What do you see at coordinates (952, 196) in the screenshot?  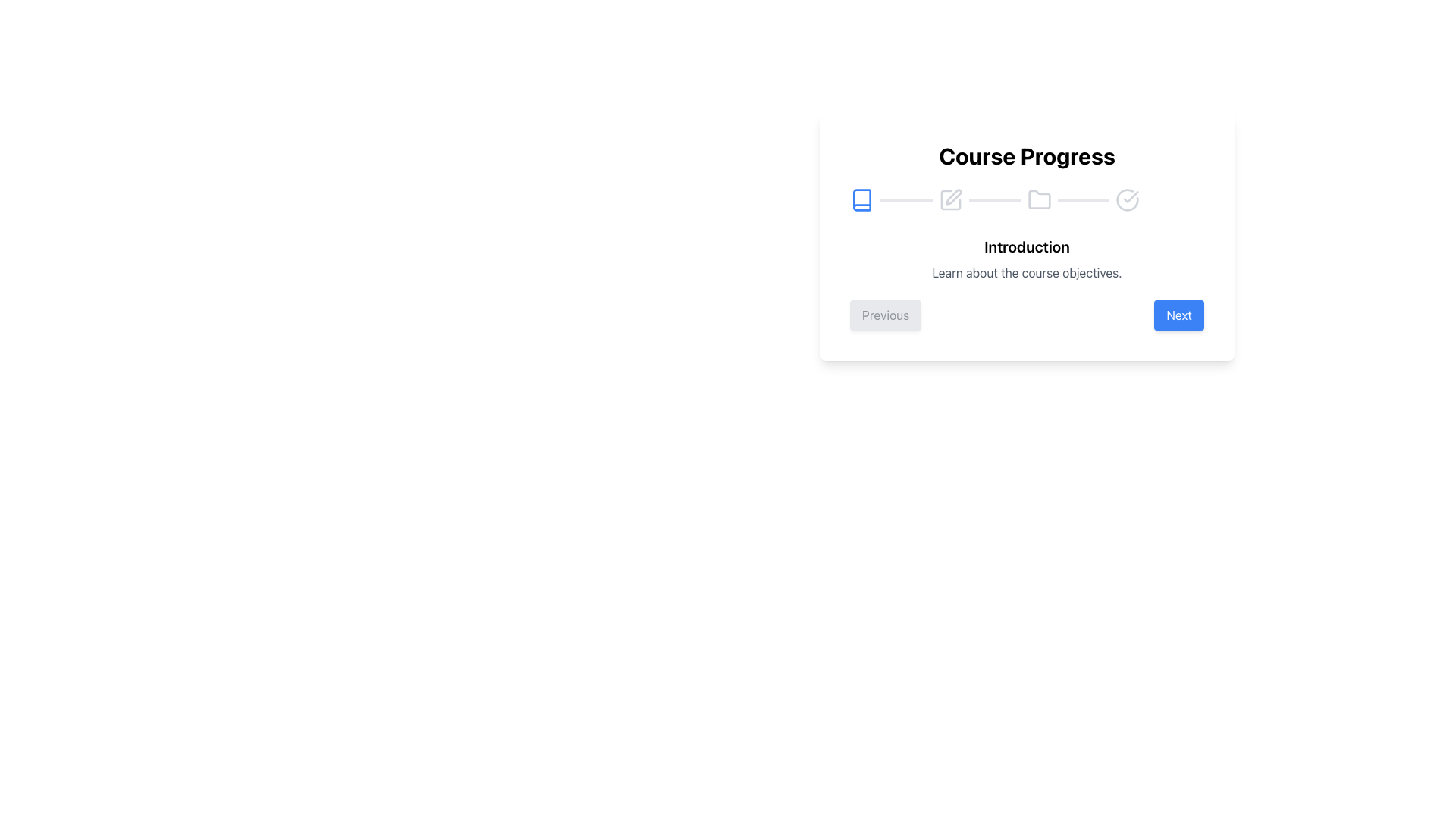 I see `the pencil icon in the second position of the horizontal progress bar` at bounding box center [952, 196].